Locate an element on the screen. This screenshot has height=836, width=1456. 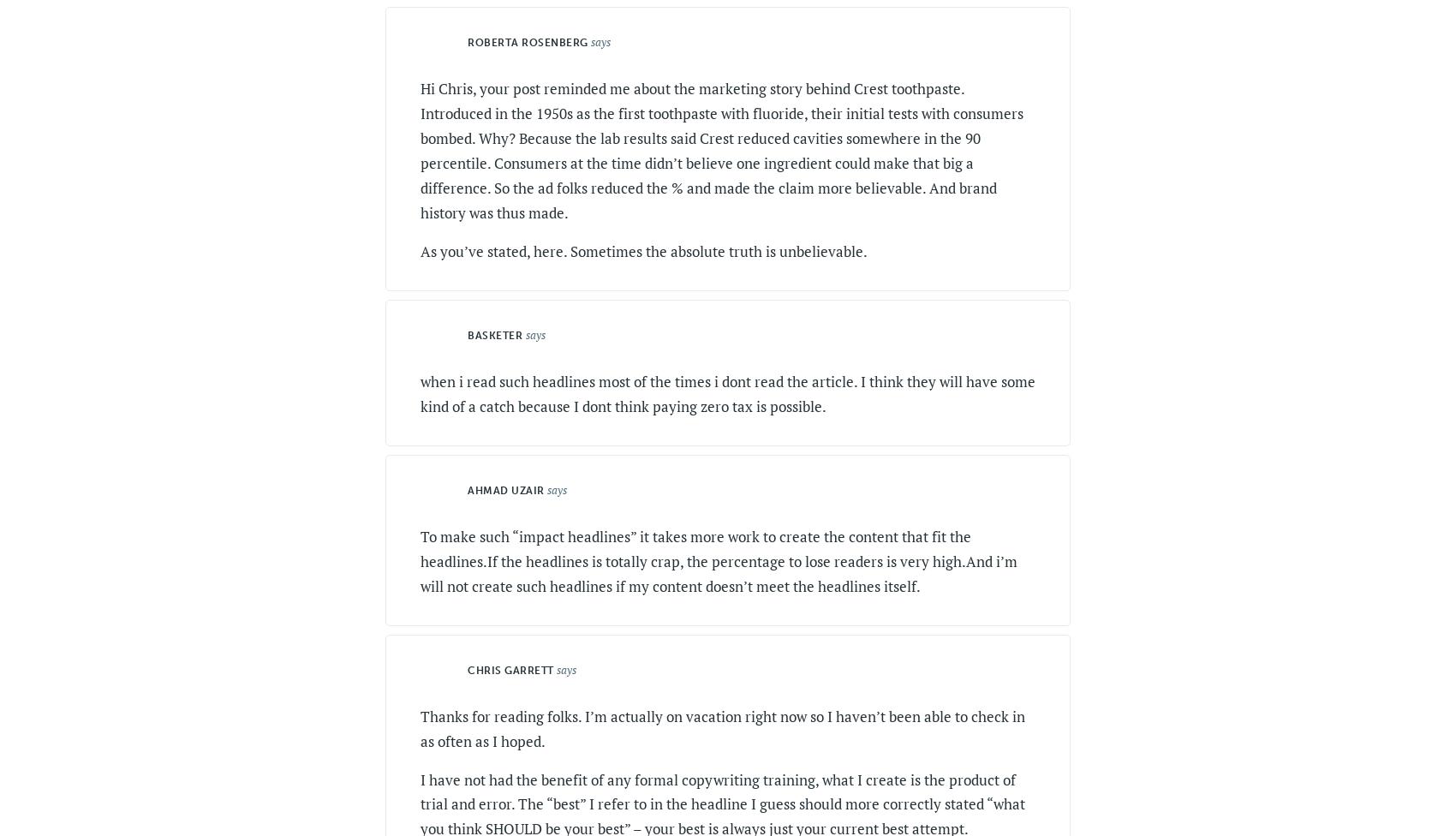
'As you’ve stated, here. Sometimes the absolute truth is unbelievable.' is located at coordinates (643, 250).